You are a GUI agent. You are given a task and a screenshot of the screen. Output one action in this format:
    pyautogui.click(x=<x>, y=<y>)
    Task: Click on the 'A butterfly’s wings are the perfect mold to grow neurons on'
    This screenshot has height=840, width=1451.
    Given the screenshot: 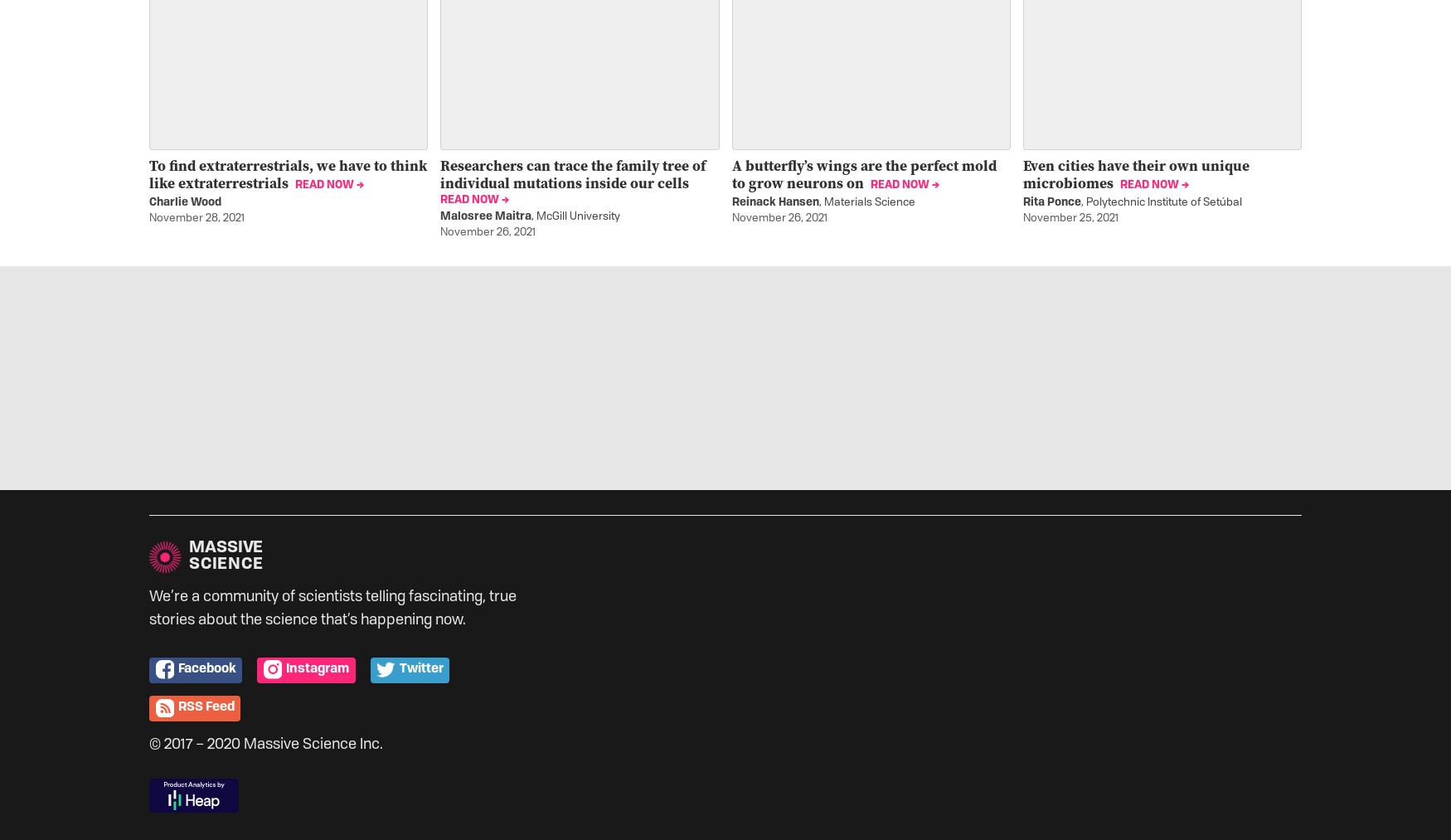 What is the action you would take?
    pyautogui.click(x=862, y=172)
    